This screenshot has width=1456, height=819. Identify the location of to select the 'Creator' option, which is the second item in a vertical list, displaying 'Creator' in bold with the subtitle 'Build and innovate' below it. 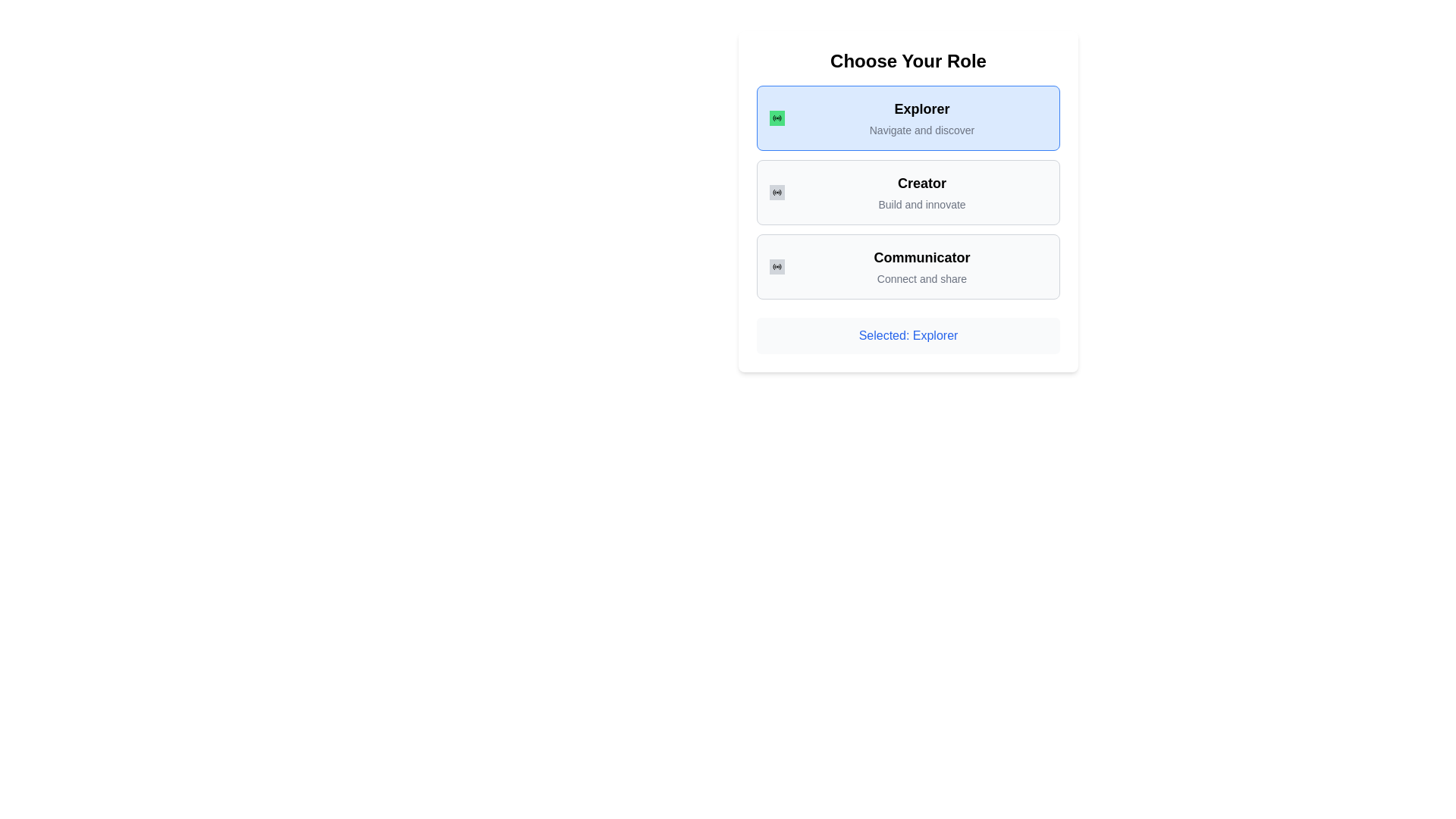
(921, 192).